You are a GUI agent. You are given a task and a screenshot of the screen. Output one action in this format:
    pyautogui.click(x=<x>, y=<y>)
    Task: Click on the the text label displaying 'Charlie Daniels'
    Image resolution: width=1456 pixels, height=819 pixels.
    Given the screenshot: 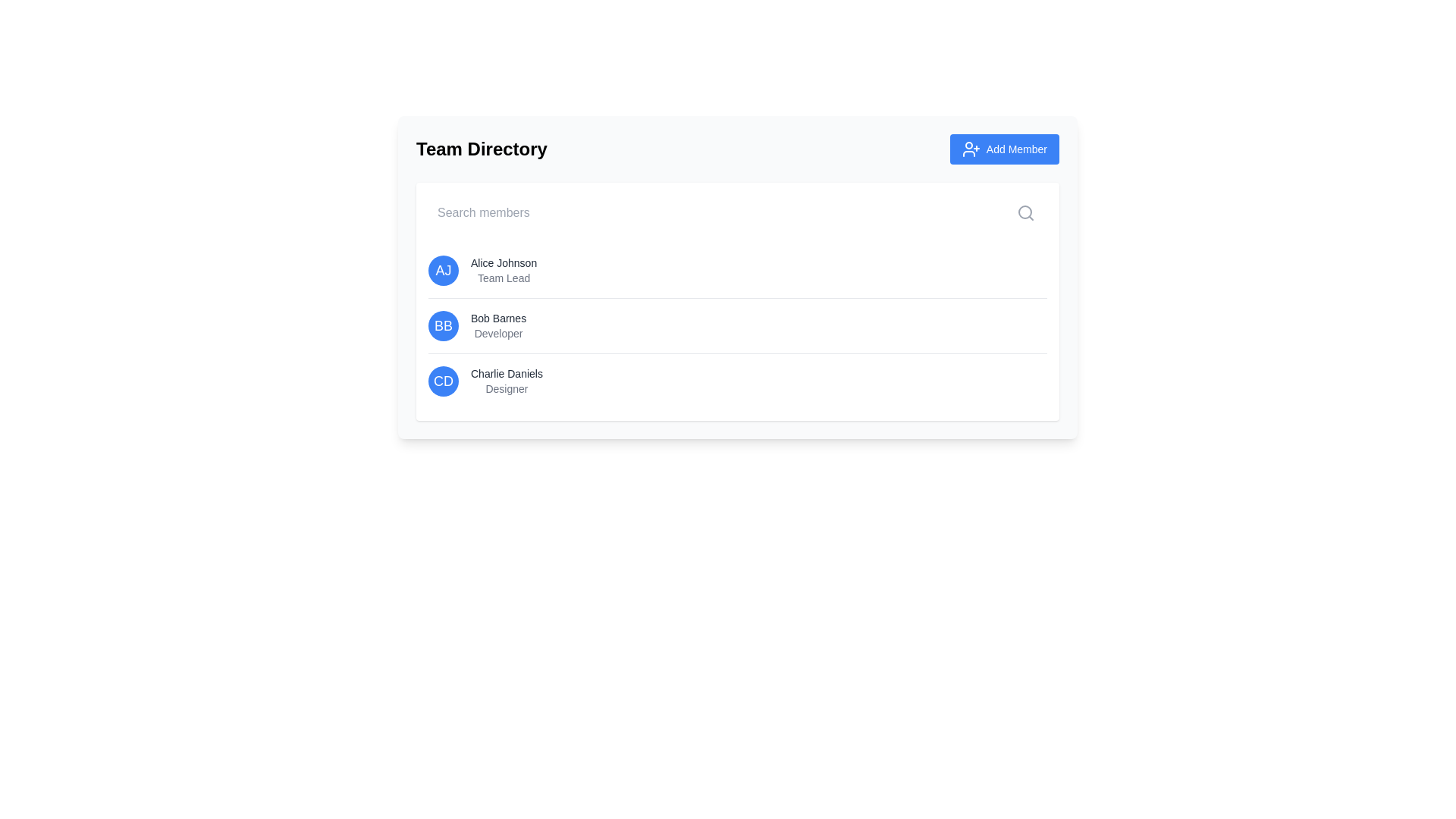 What is the action you would take?
    pyautogui.click(x=507, y=380)
    